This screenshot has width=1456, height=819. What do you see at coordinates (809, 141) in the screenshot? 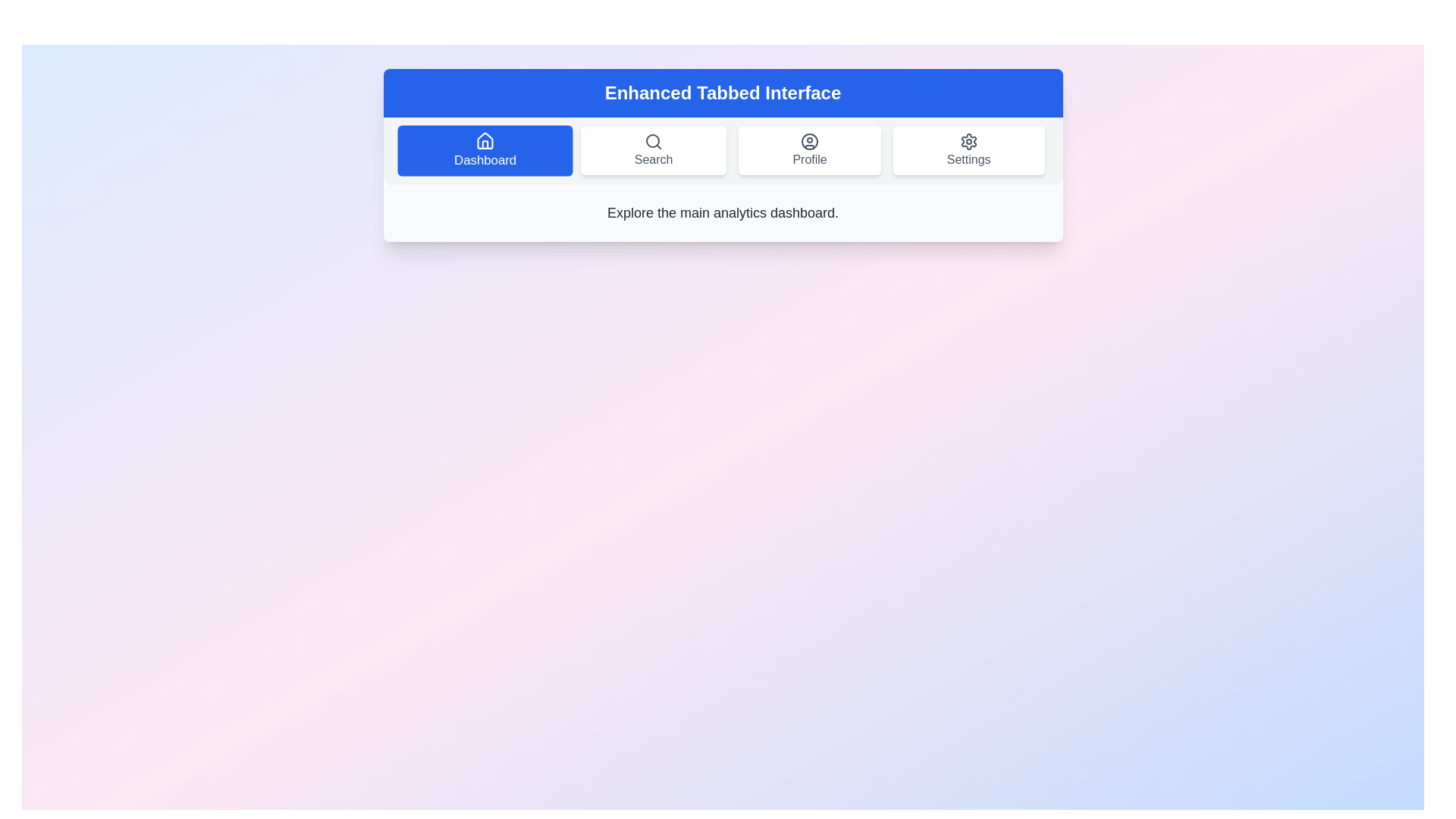
I see `the circular user profile icon located in the 'Profile' tab, which features a dark gray color and is positioned above the 'Profile' text` at bounding box center [809, 141].